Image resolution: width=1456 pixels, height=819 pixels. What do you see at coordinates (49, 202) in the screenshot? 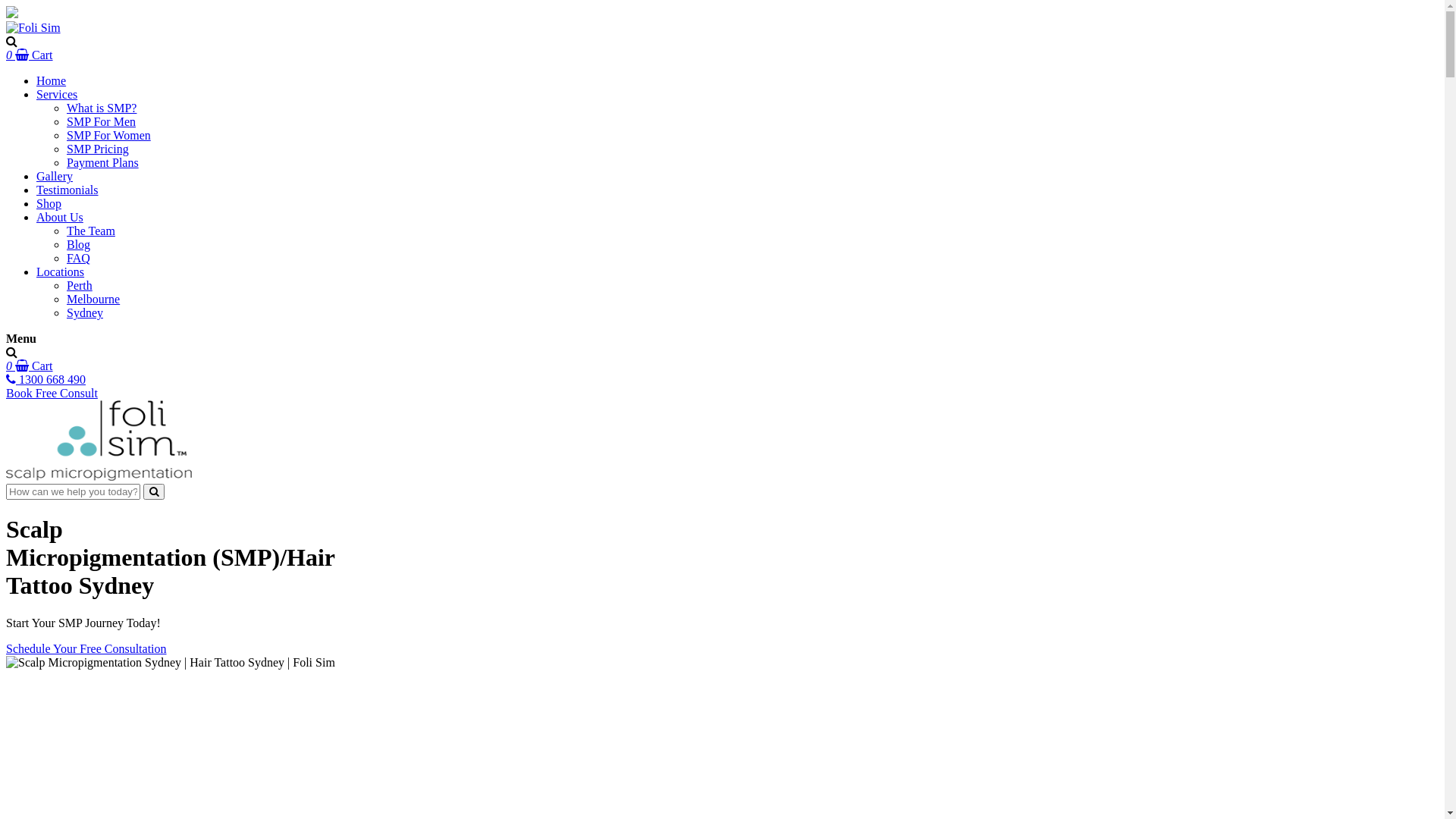
I see `'Shop'` at bounding box center [49, 202].